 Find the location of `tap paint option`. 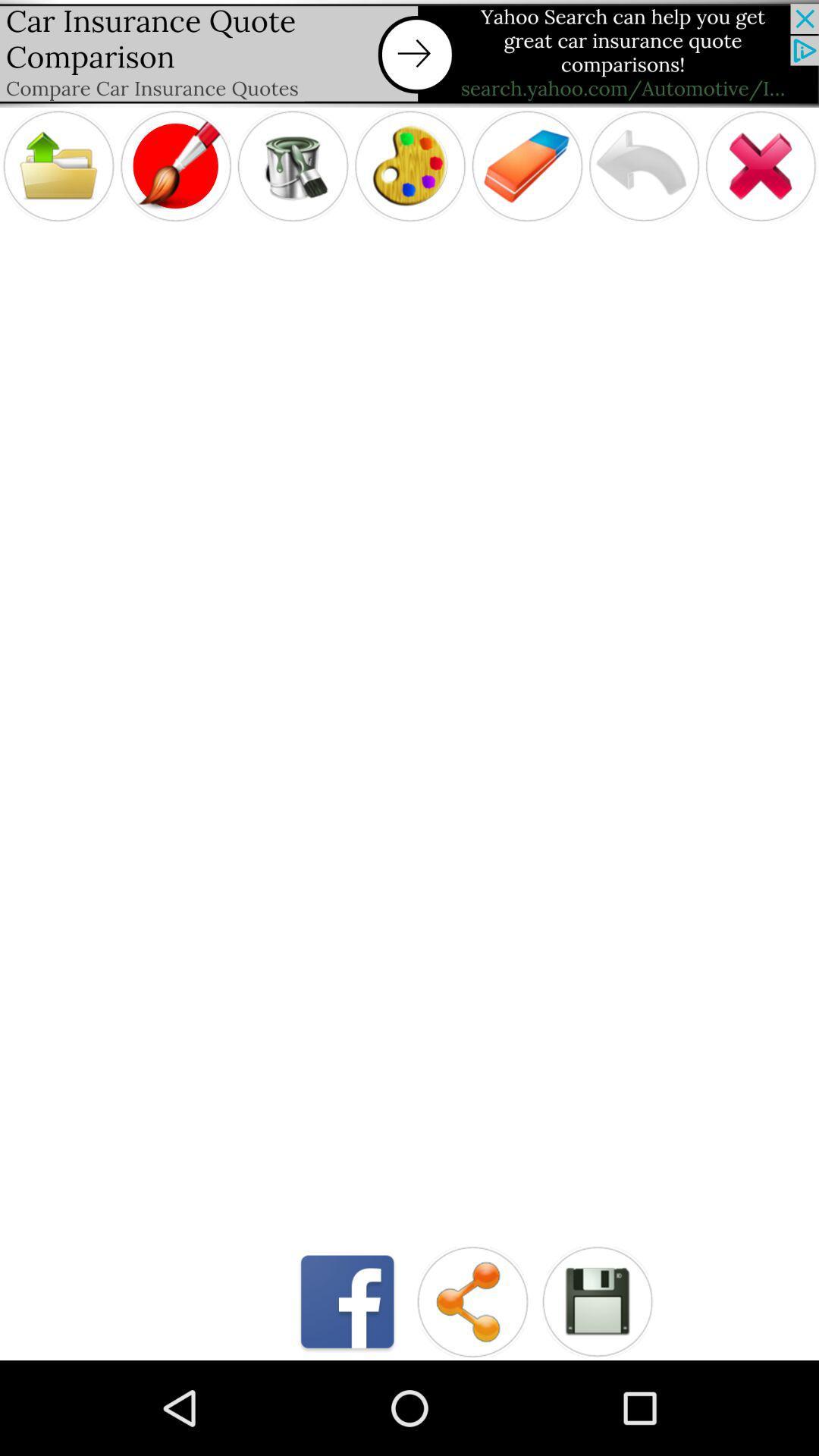

tap paint option is located at coordinates (174, 166).